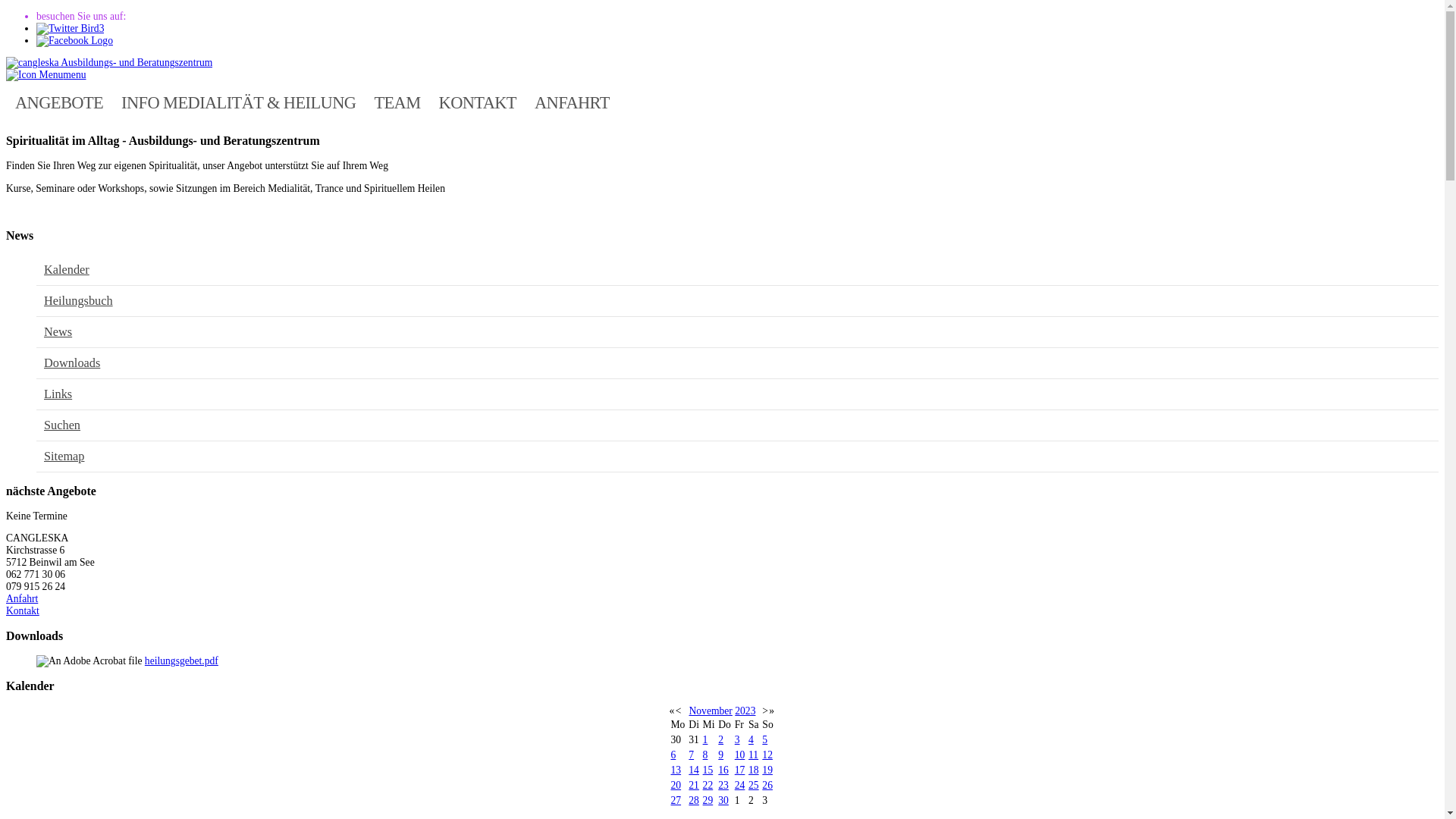 The image size is (1456, 819). I want to click on 'Downloads', so click(71, 362).